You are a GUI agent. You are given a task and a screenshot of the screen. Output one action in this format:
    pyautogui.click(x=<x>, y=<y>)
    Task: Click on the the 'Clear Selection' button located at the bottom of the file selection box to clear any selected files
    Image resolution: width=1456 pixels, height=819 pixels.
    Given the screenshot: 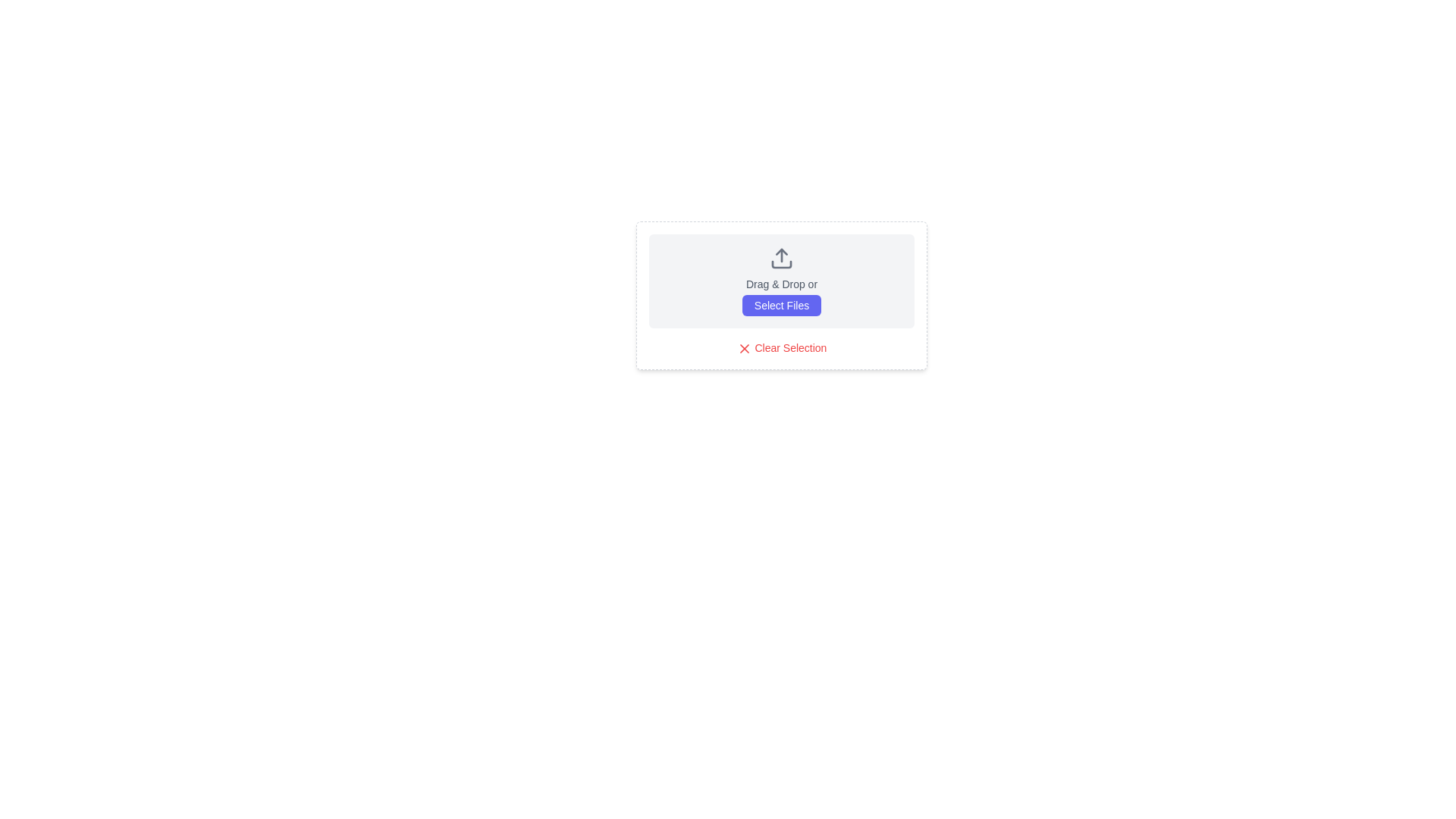 What is the action you would take?
    pyautogui.click(x=782, y=348)
    